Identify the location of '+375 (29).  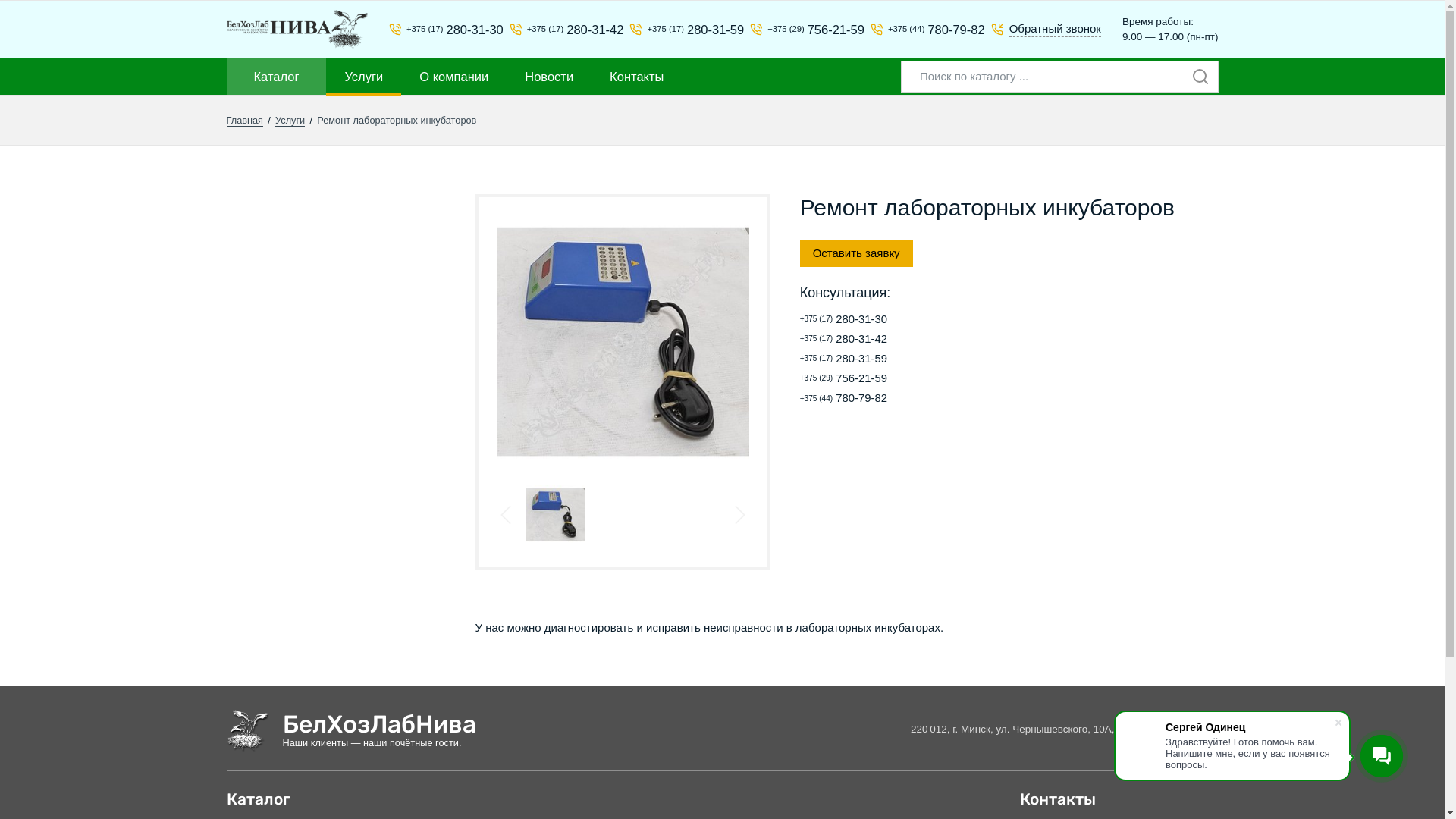
(800, 30).